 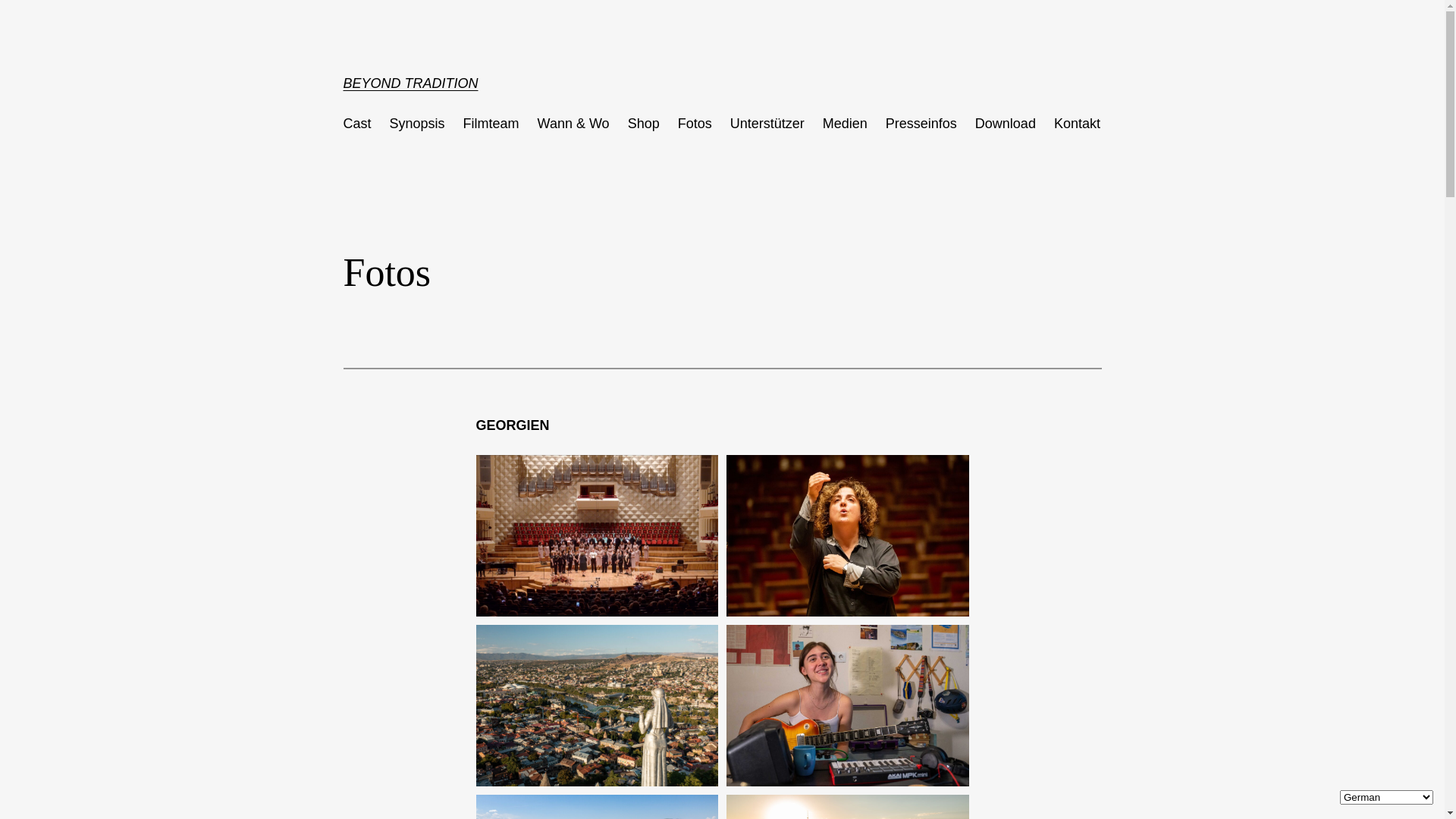 What do you see at coordinates (1005, 123) in the screenshot?
I see `'Download'` at bounding box center [1005, 123].